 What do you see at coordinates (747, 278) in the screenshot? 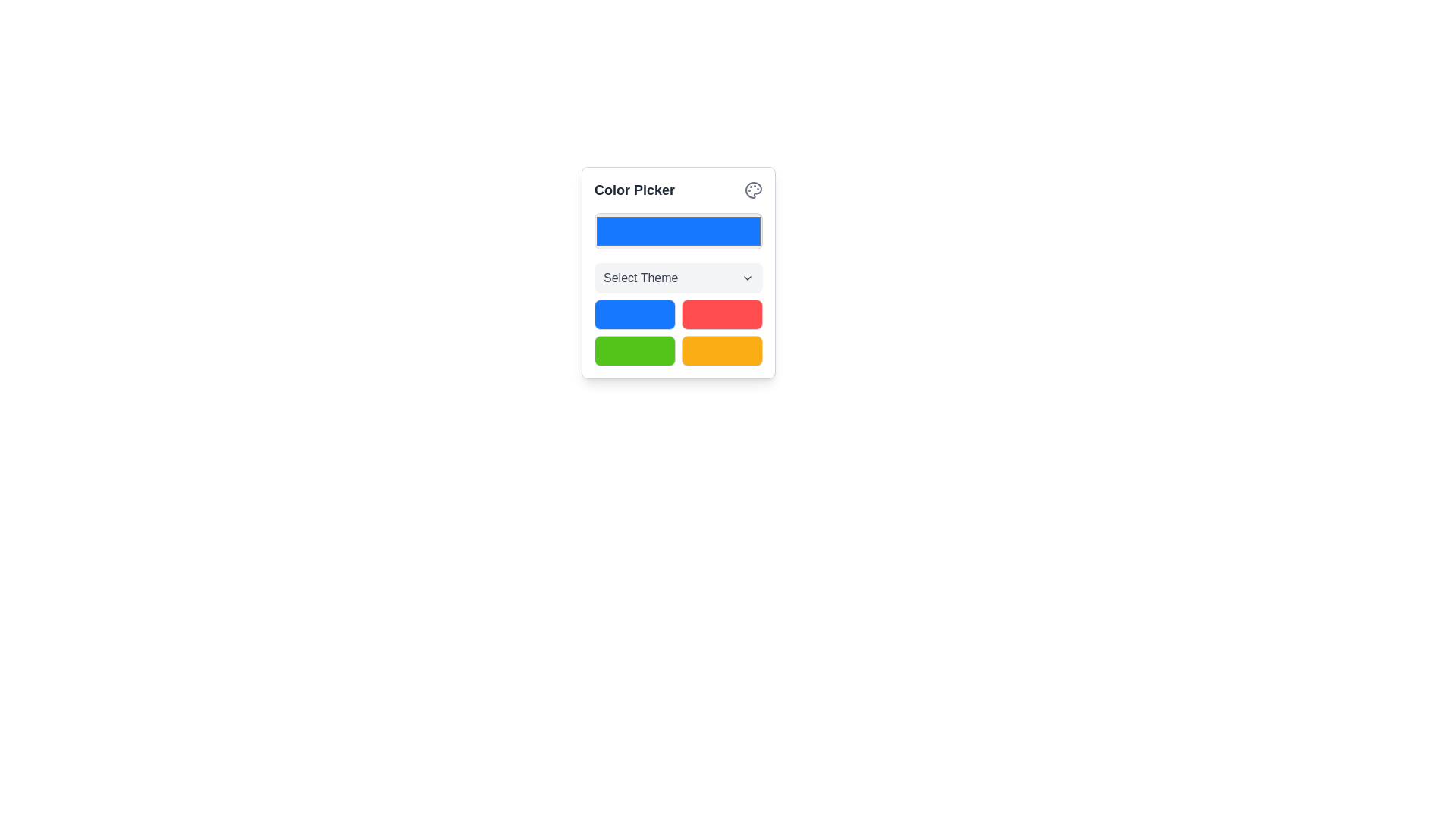
I see `the downwards-pointing chevron icon located on the right side of the 'Select Theme' button` at bounding box center [747, 278].